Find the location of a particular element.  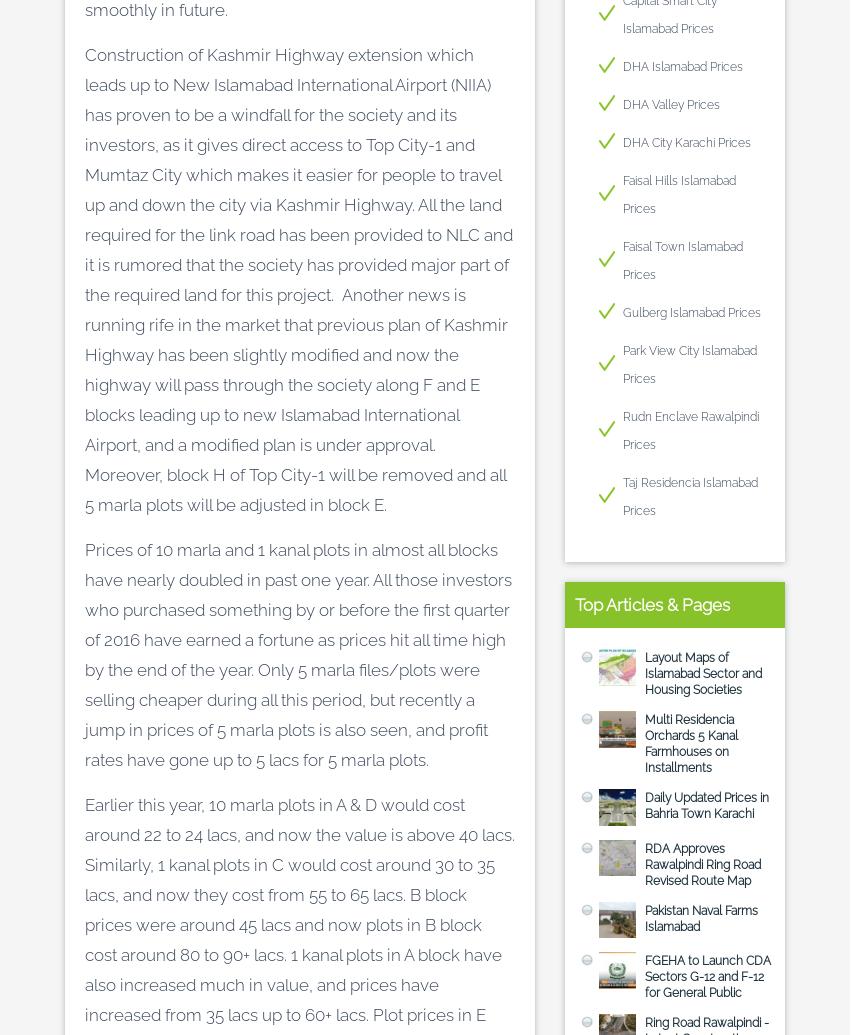

'Top Articles & Pages' is located at coordinates (652, 603).